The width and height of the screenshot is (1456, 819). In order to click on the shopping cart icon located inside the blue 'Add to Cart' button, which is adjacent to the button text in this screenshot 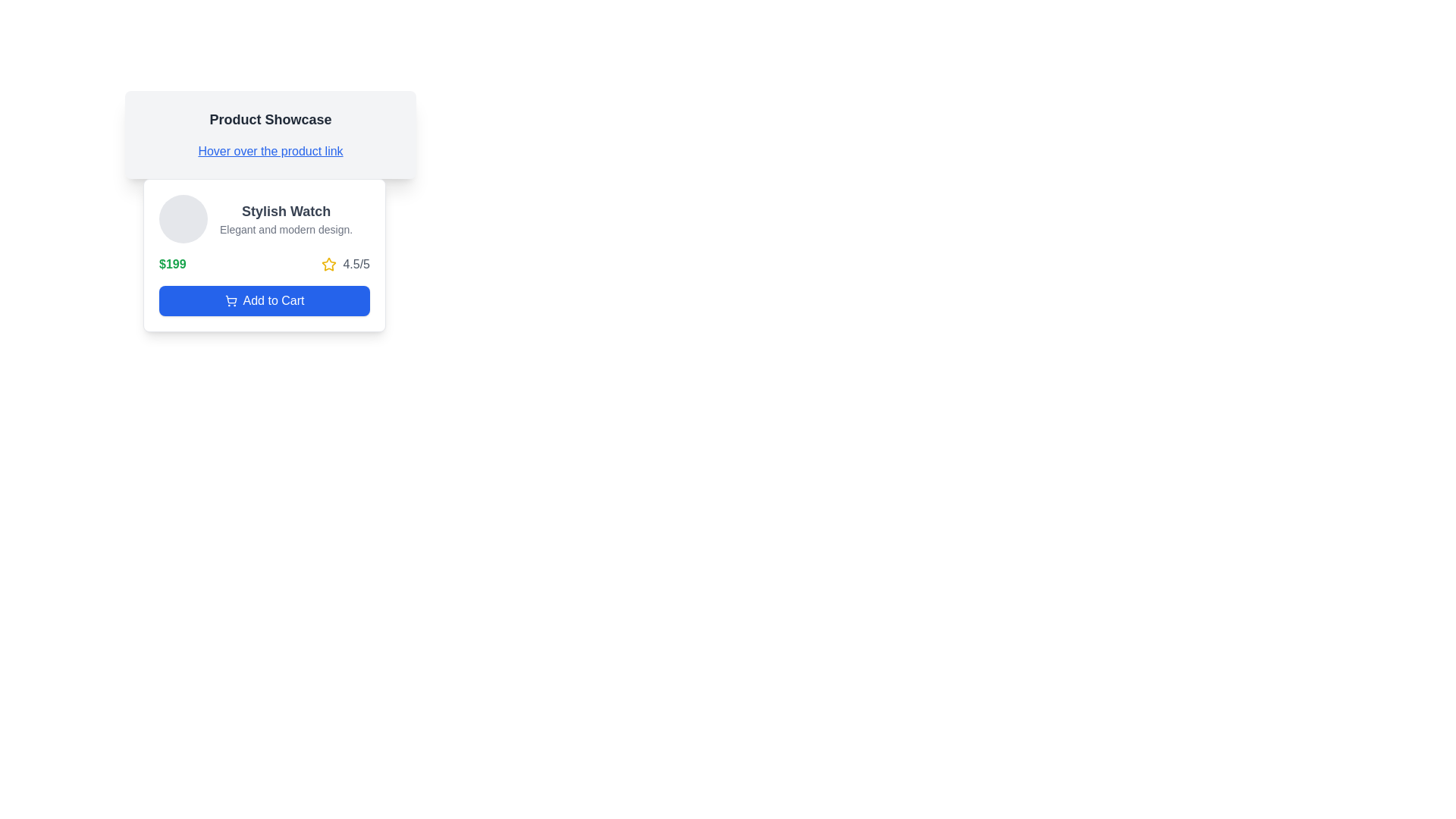, I will do `click(230, 301)`.